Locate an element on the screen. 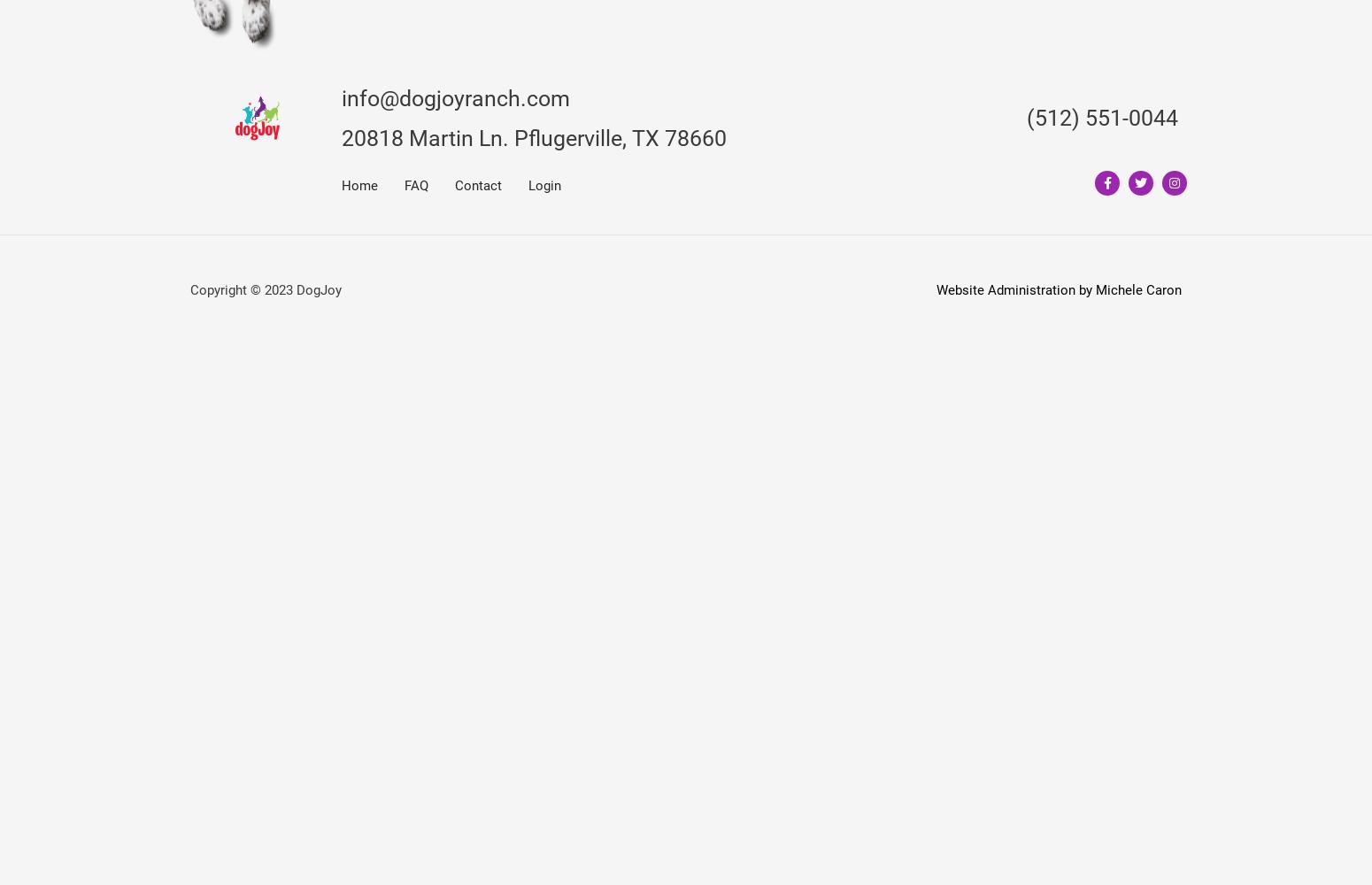 The height and width of the screenshot is (885, 1372). '(512) 551-0044' is located at coordinates (1101, 118).